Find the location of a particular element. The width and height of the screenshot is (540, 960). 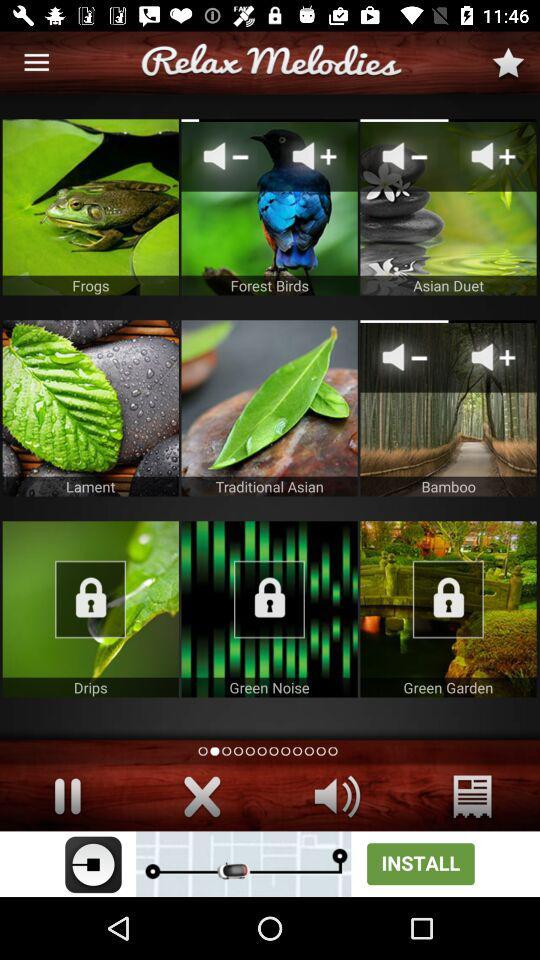

image is located at coordinates (89, 608).